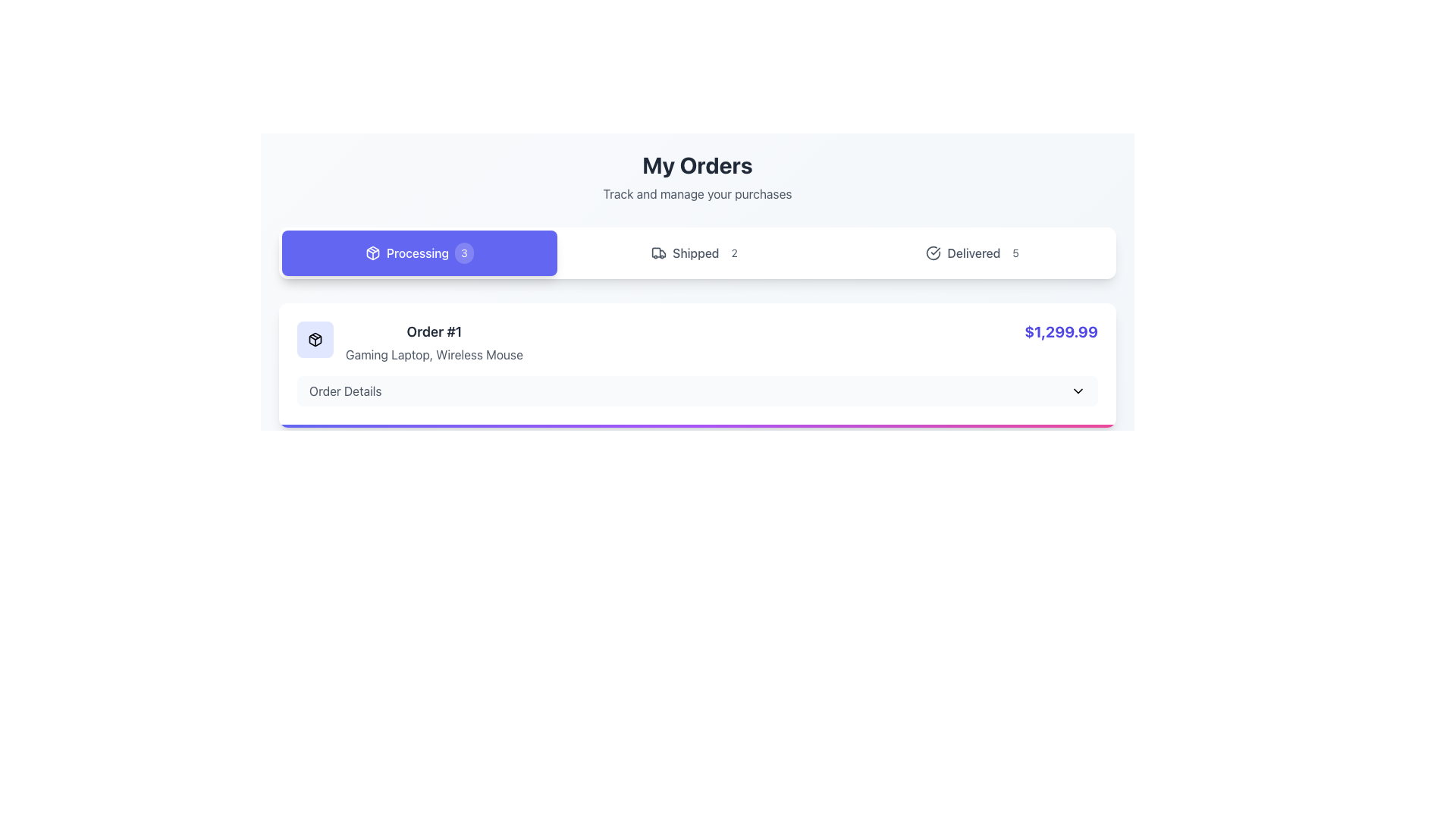 The height and width of the screenshot is (819, 1456). Describe the element at coordinates (315, 338) in the screenshot. I see `the package icon within the light indigo circular area at the top-left corner of the order details card` at that location.